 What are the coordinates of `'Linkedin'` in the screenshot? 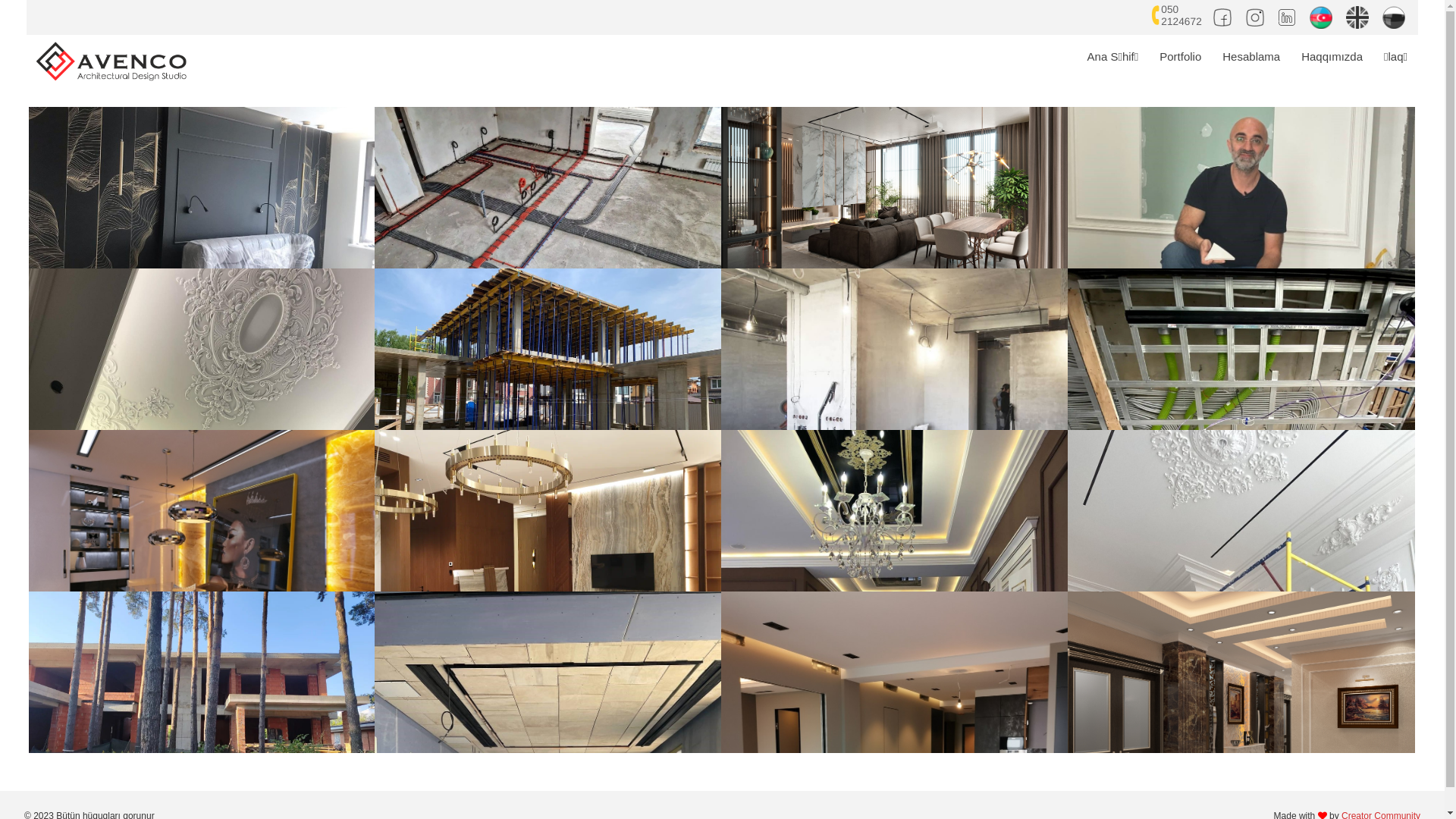 It's located at (1288, 14).